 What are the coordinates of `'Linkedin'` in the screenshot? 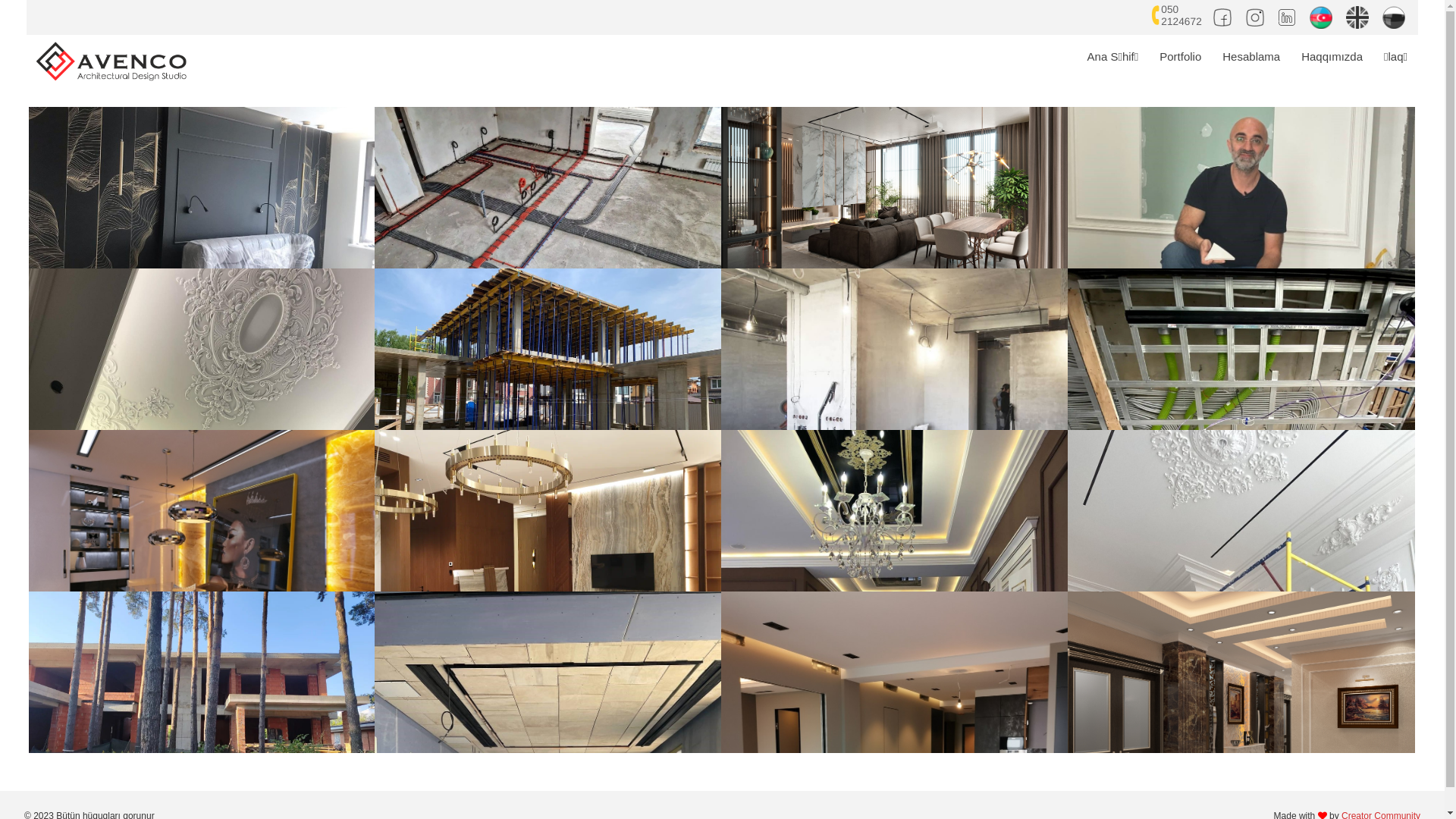 It's located at (1288, 14).